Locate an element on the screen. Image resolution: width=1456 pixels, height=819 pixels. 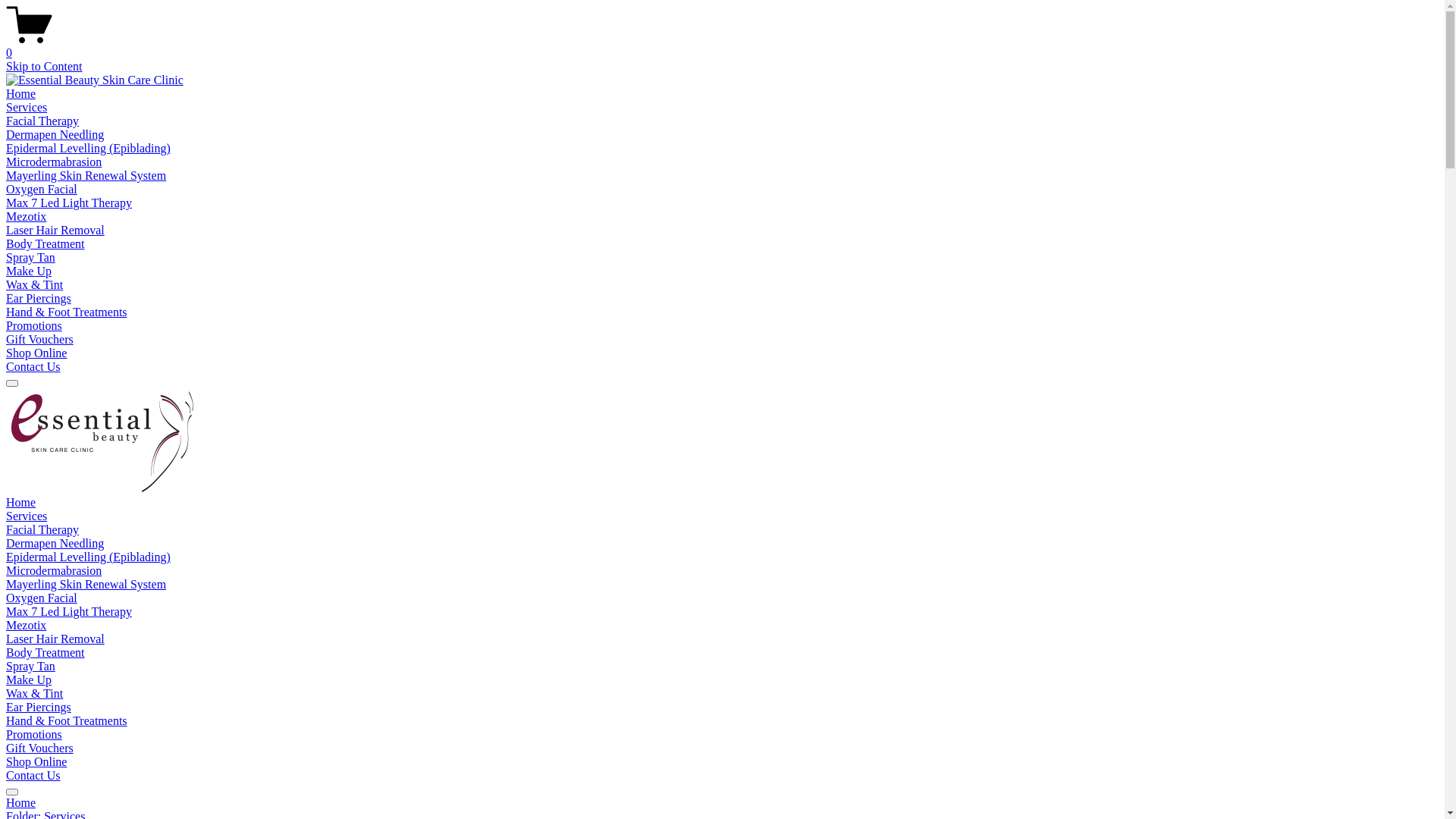
'Mayerling Skin Renewal System' is located at coordinates (85, 583).